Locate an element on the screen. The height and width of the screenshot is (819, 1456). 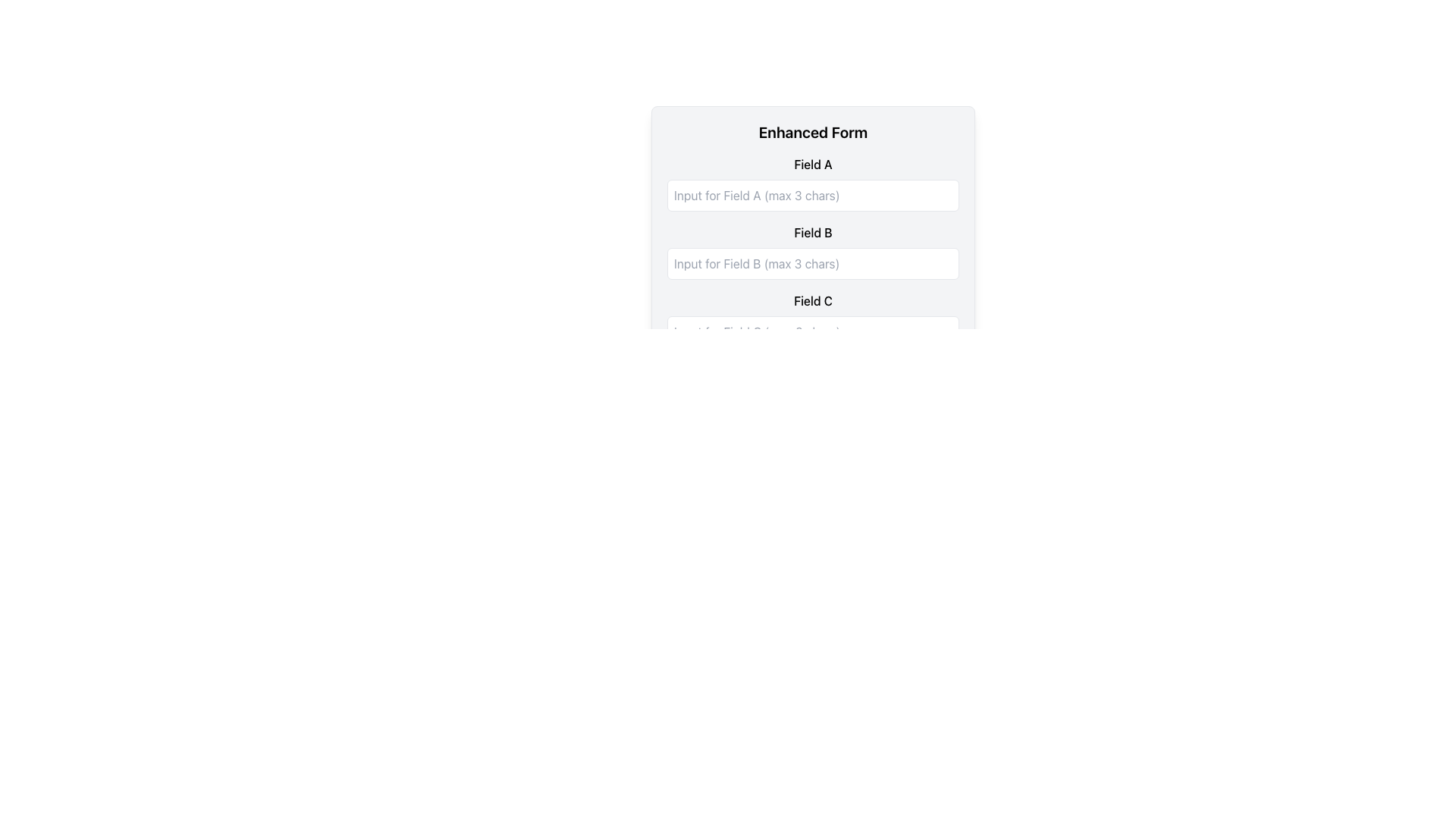
text label 'Field C', which is the third label in a vertical layout, styled with medium font weight, positioned directly above its associated input box is located at coordinates (812, 301).